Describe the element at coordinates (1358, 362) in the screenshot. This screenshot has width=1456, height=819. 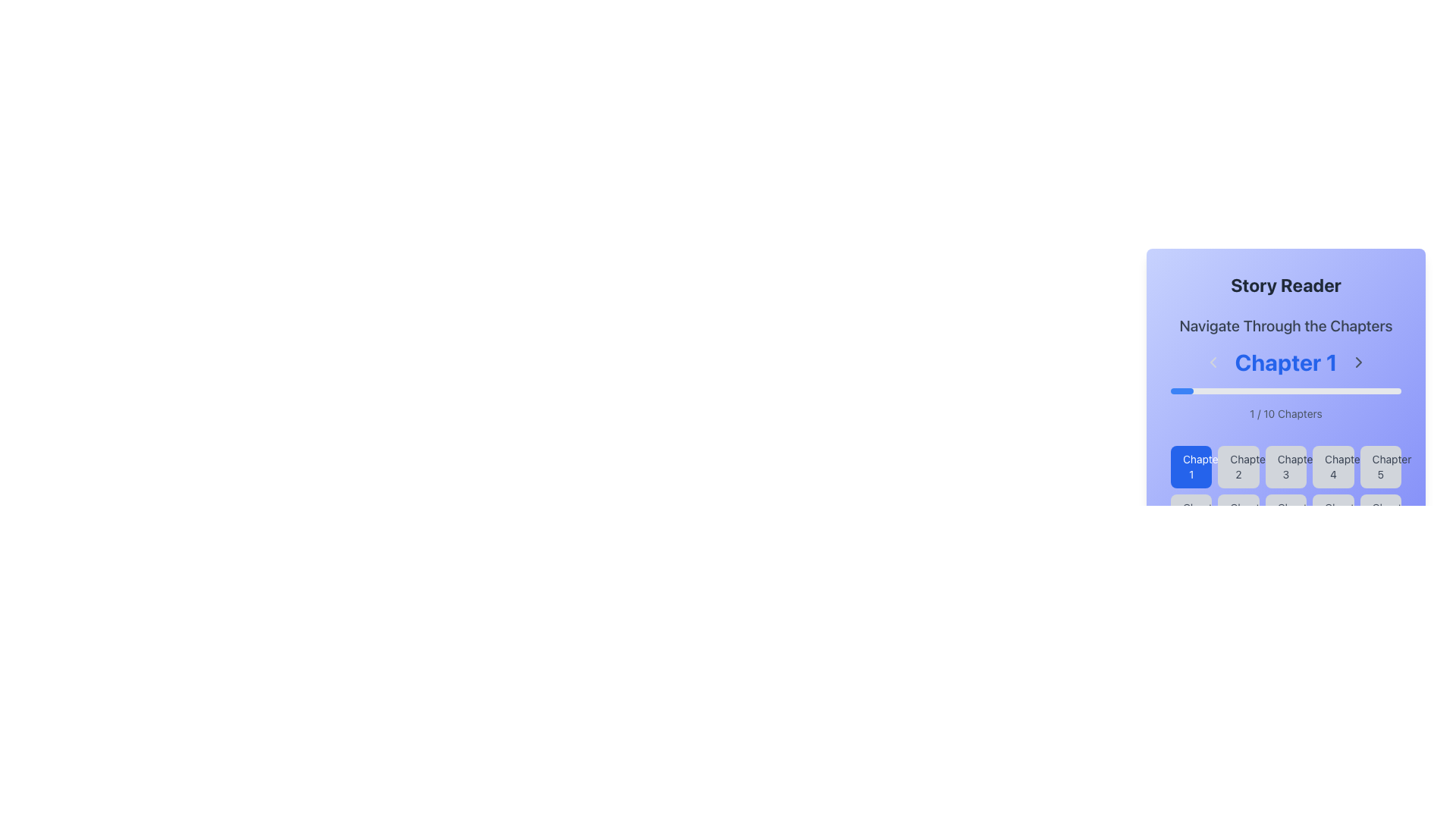
I see `the navigation button located at the top-right end of the navigation bar, to the right of 'Chapter 1'` at that location.